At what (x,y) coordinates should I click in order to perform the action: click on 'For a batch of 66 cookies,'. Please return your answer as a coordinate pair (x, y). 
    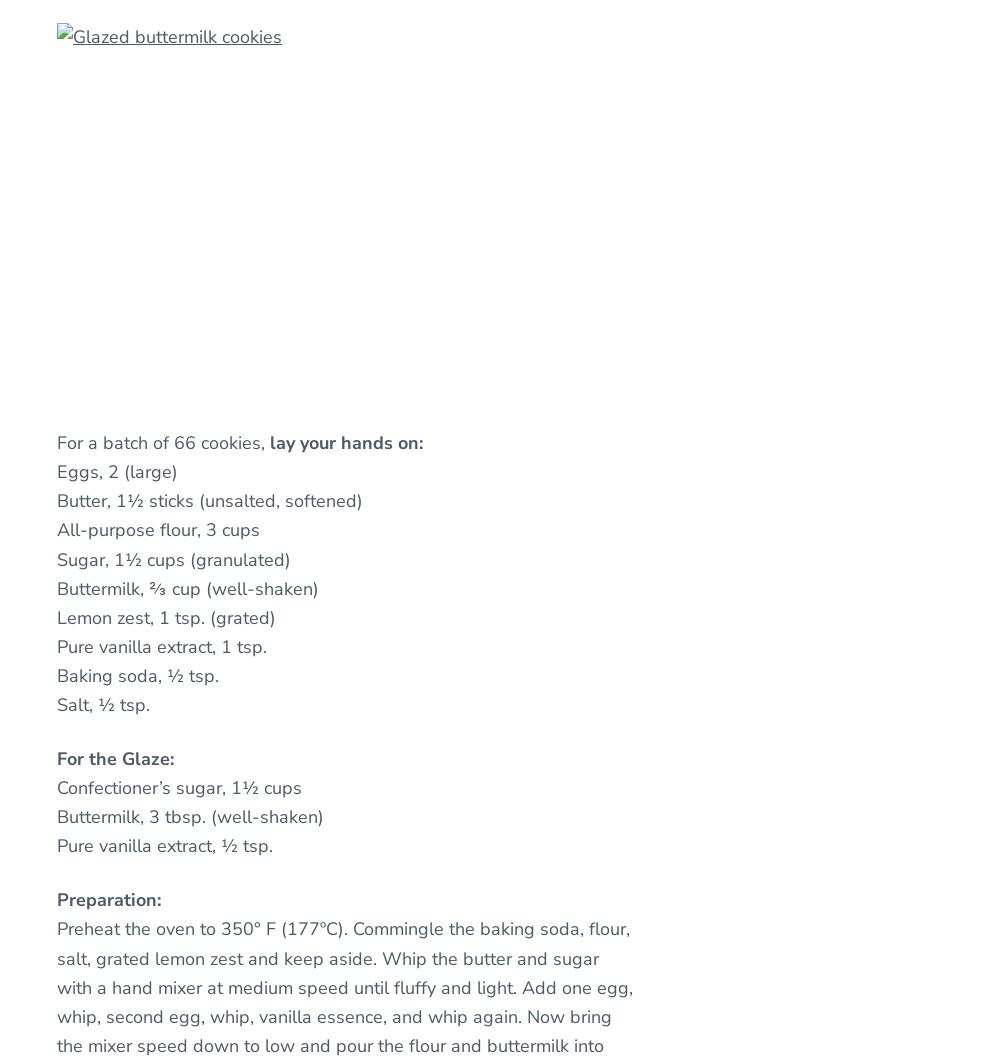
    Looking at the image, I should click on (163, 442).